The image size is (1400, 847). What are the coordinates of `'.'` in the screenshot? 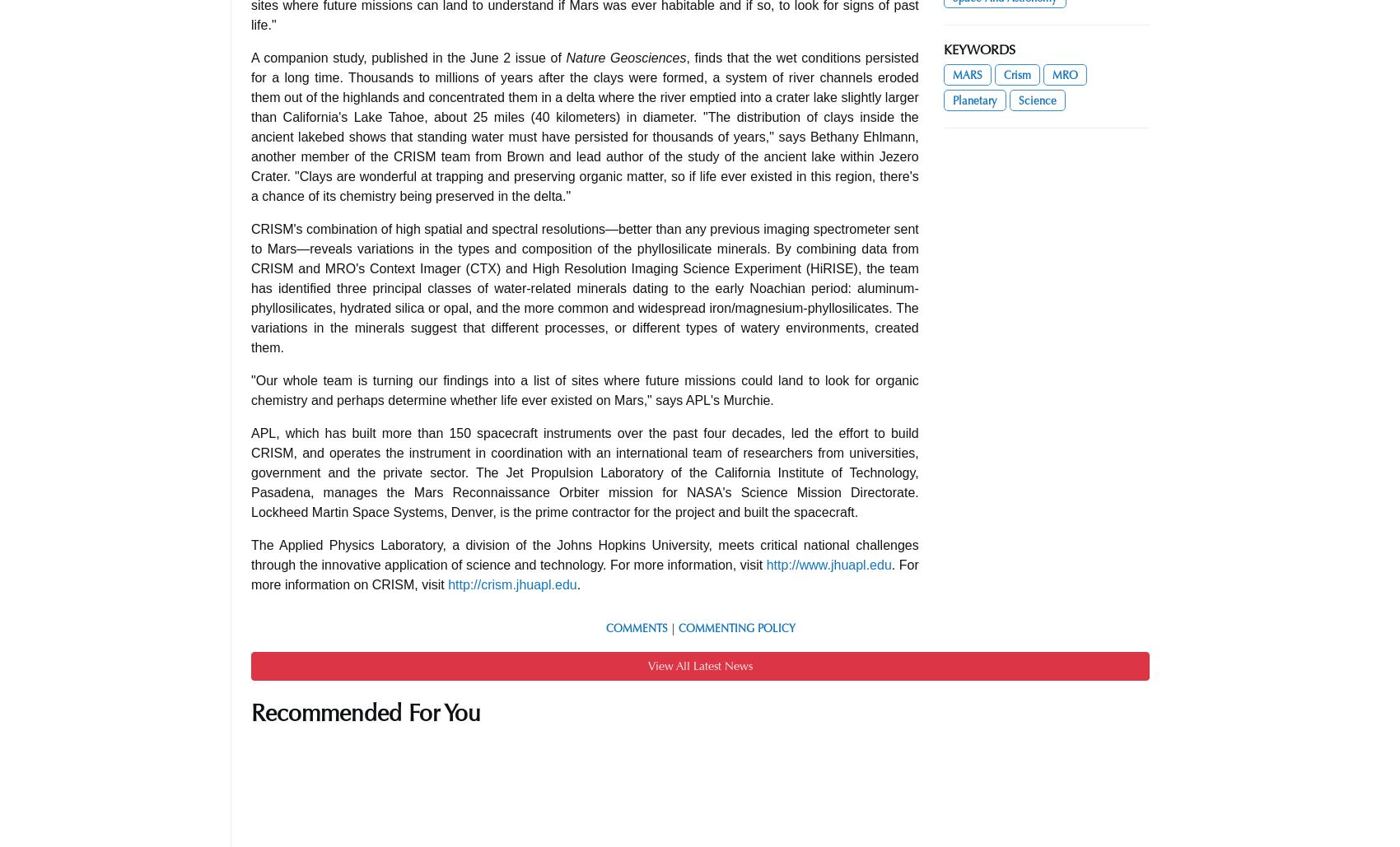 It's located at (578, 583).